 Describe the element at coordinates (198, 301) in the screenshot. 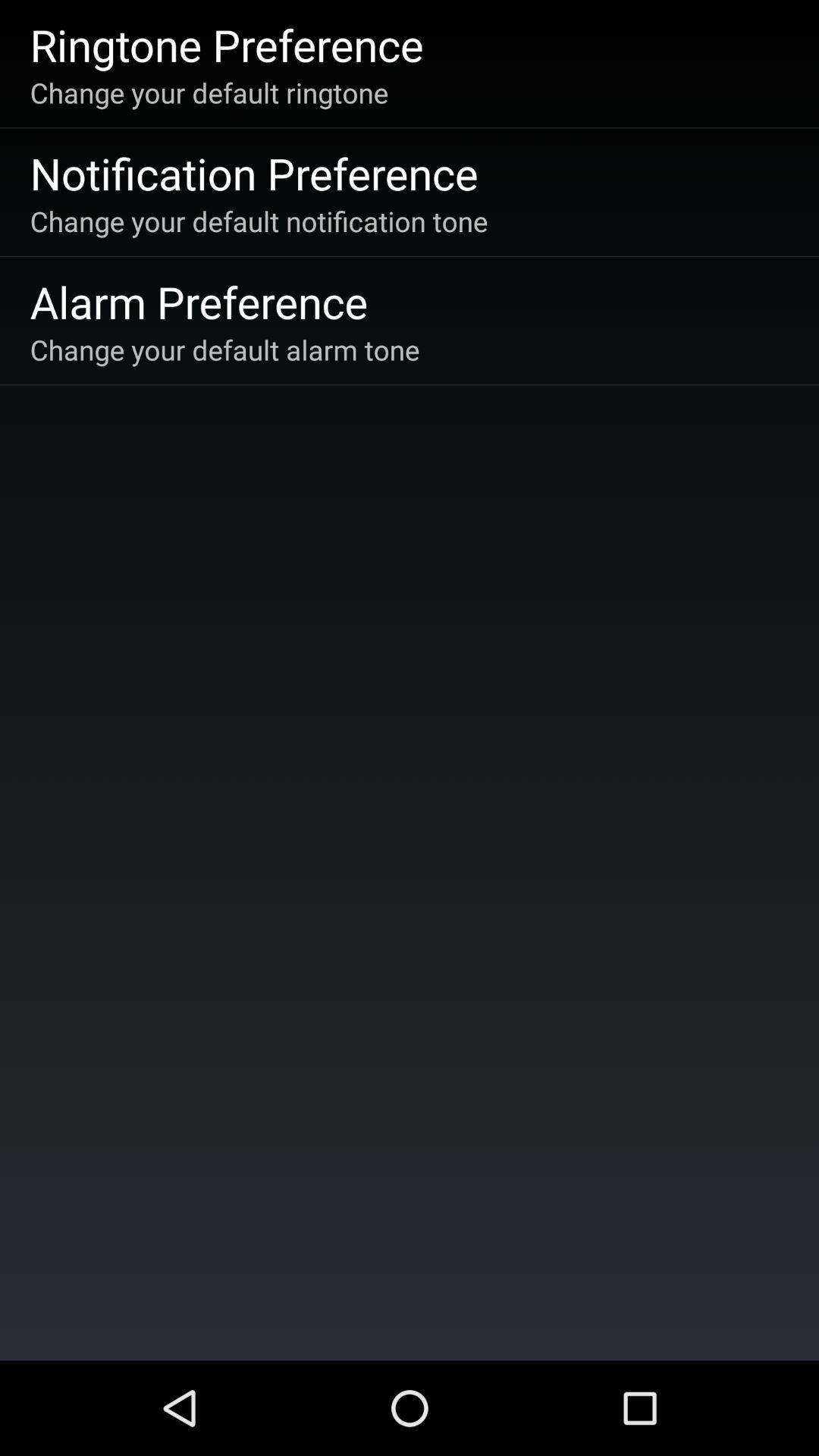

I see `the alarm preference icon` at that location.